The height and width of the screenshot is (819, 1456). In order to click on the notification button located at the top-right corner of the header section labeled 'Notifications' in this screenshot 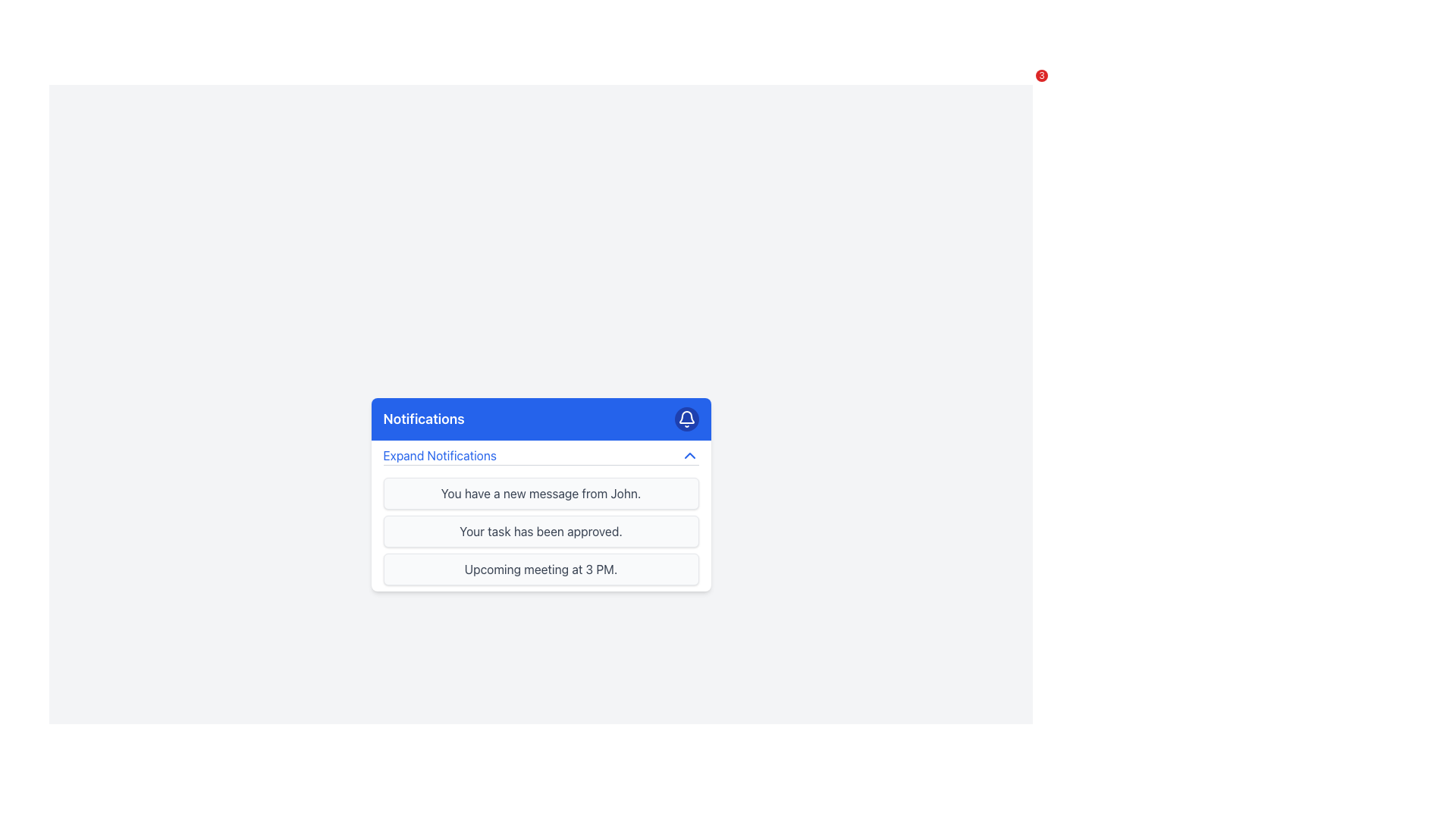, I will do `click(686, 419)`.